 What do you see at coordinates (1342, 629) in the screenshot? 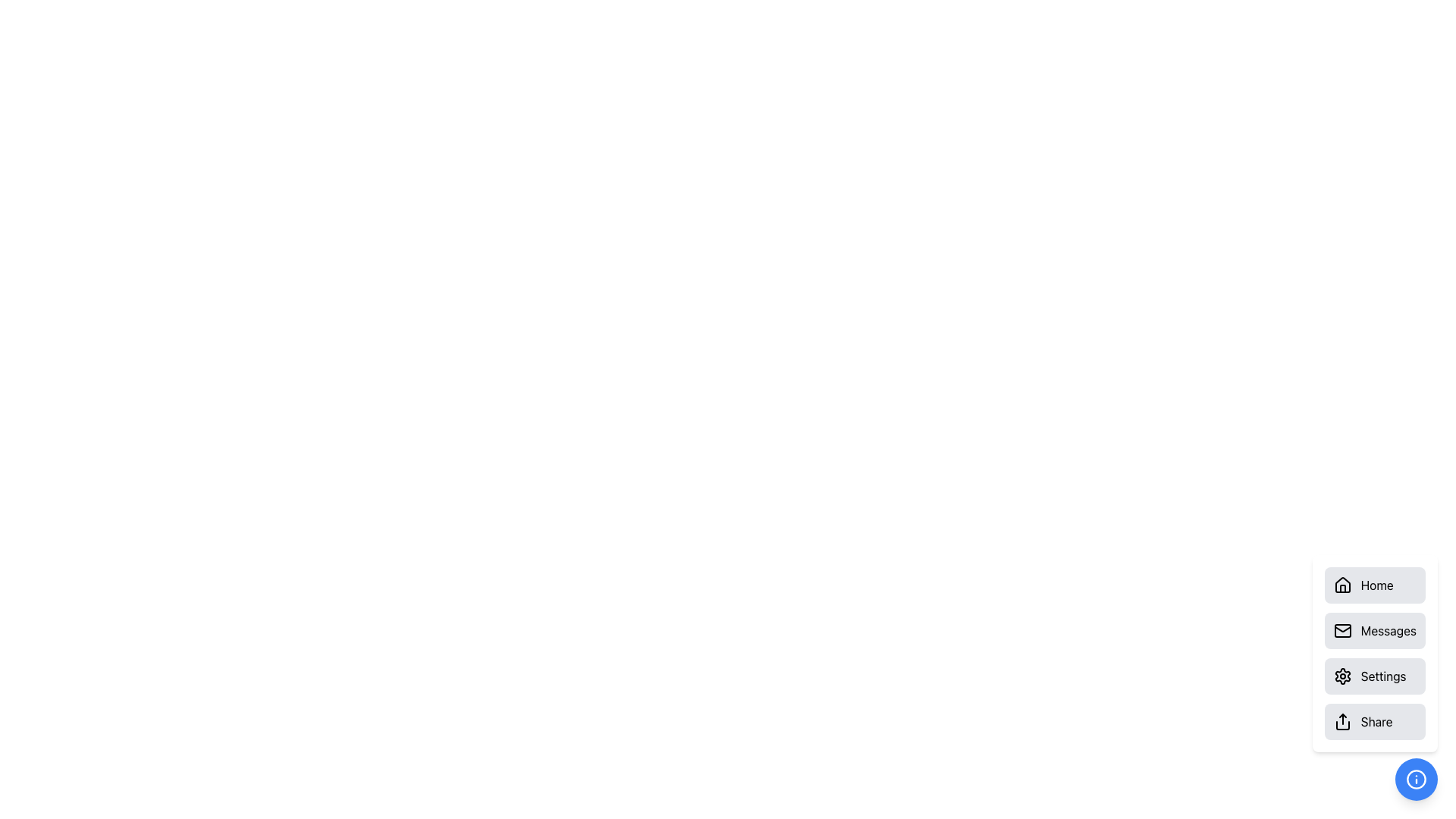
I see `the vector line forming a triangular shape resembling an envelope flap, which is part of the email icon located in the right-hand group of options, specifically in the 'Messages' button` at bounding box center [1342, 629].